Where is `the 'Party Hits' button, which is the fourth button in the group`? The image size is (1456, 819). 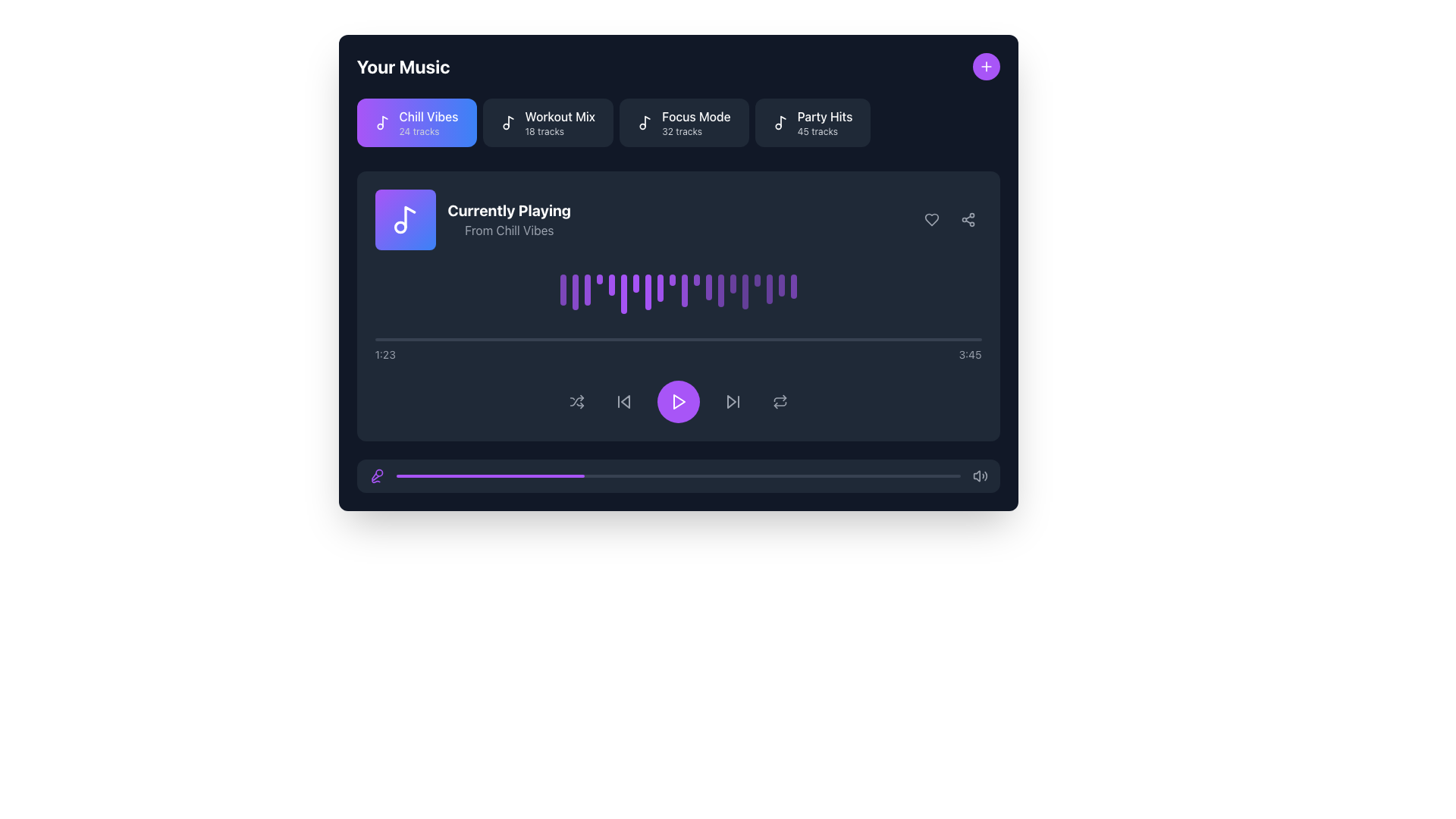
the 'Party Hits' button, which is the fourth button in the group is located at coordinates (811, 122).